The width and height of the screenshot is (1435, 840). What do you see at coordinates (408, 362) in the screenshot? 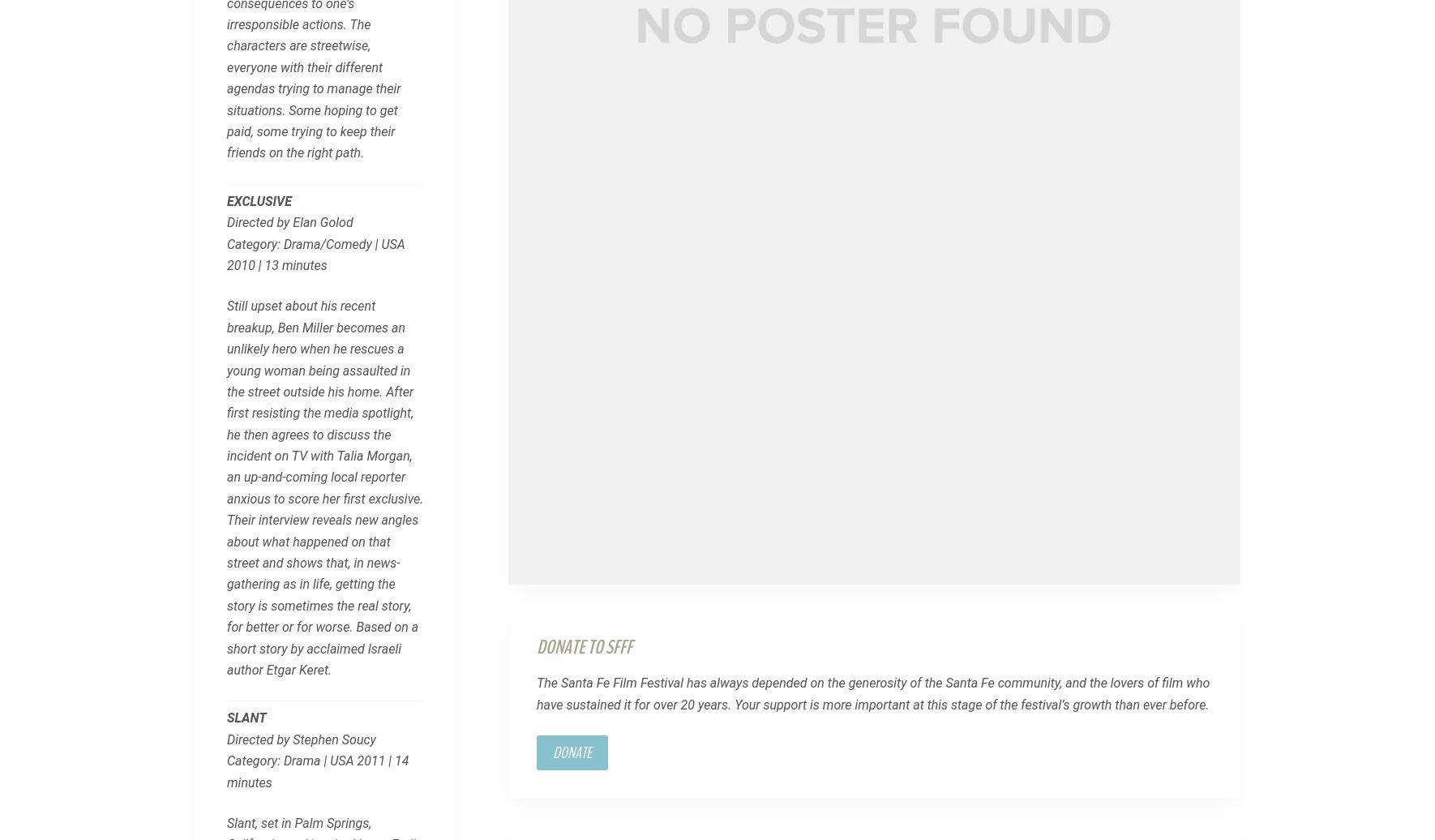
I see `'SHORTS PROGRAM III (103 minutes)'` at bounding box center [408, 362].